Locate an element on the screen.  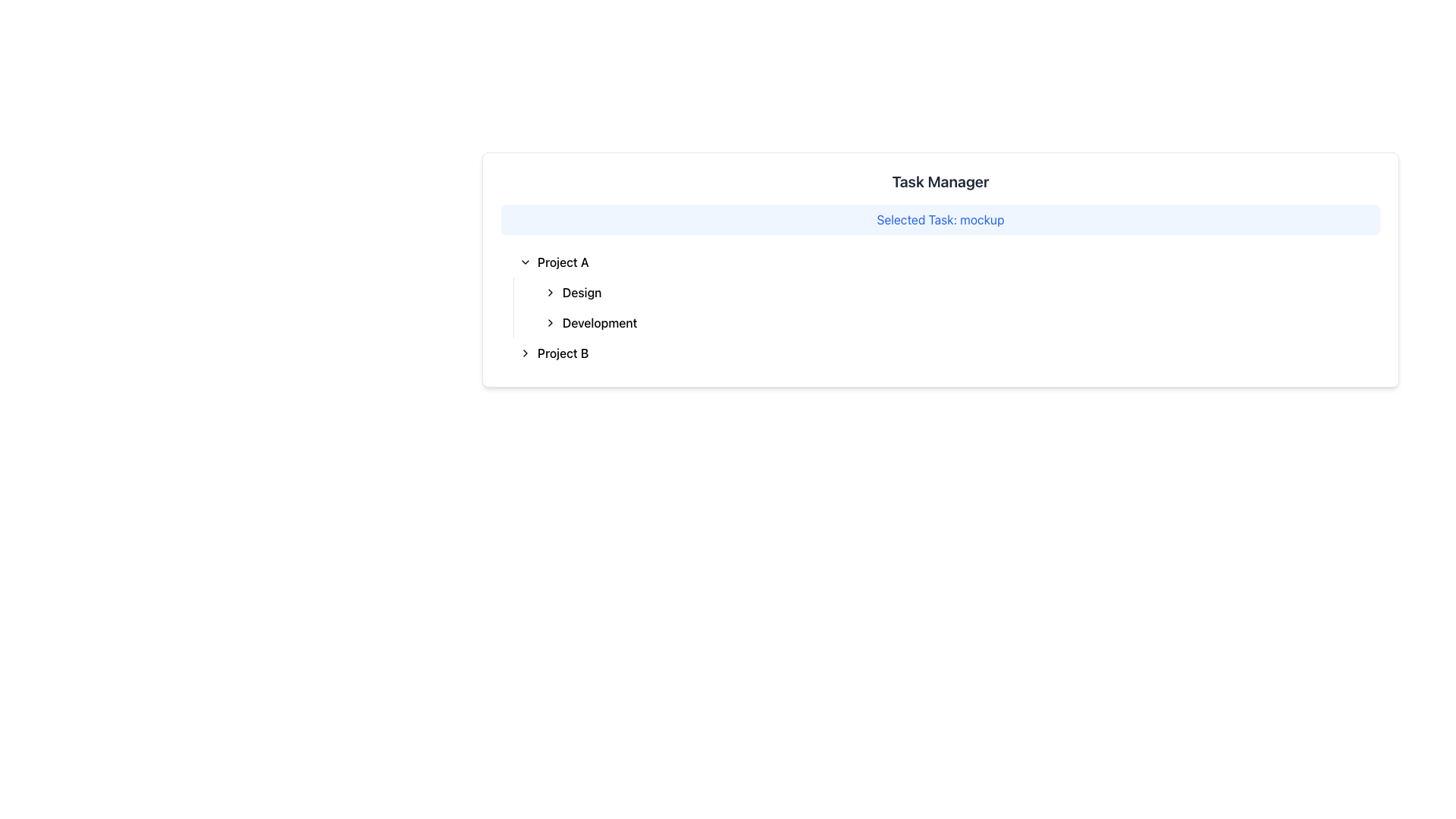
the chevron icon located to the left of the 'Design' text is located at coordinates (549, 292).